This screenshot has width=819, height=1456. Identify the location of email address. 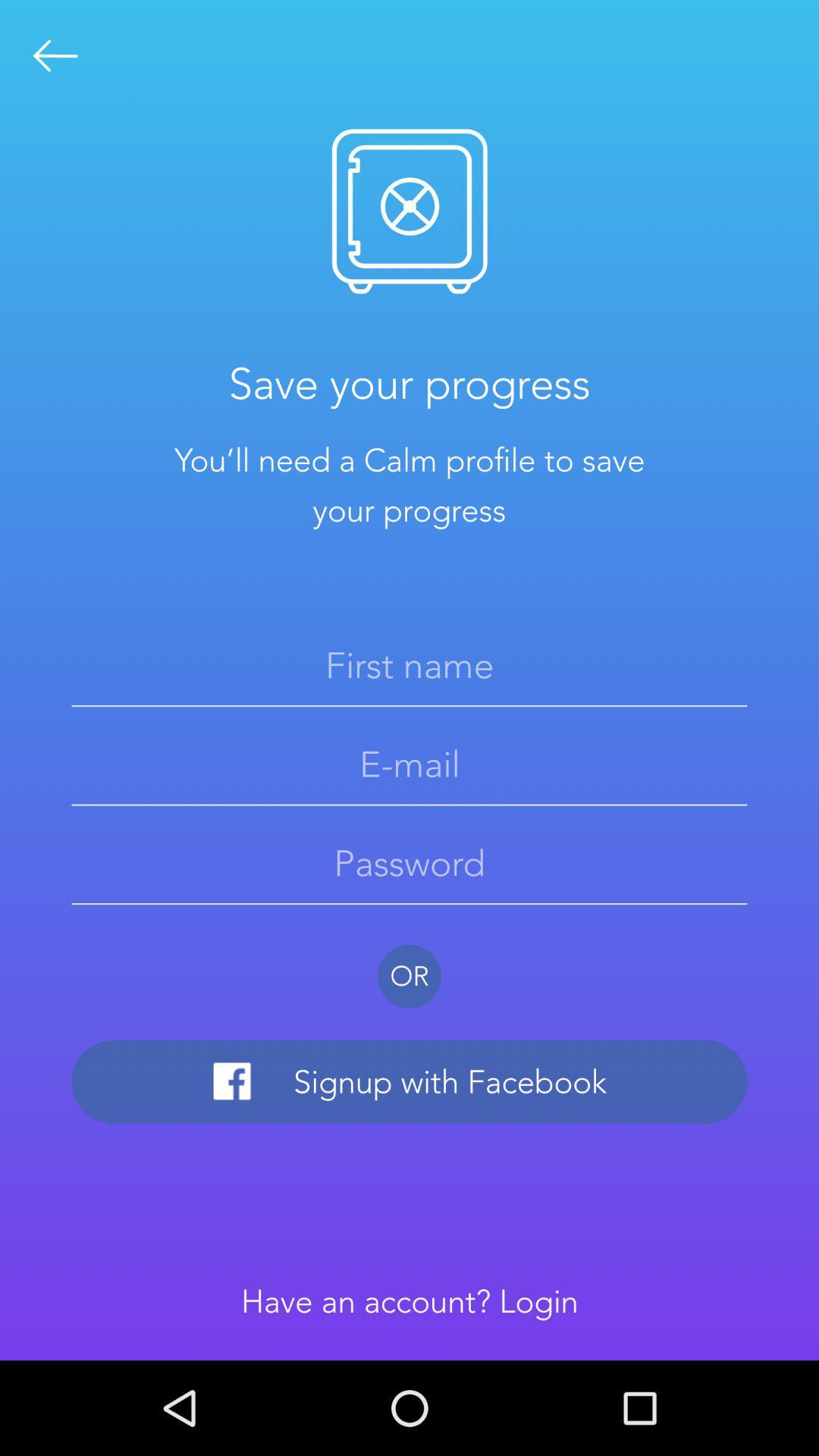
(409, 764).